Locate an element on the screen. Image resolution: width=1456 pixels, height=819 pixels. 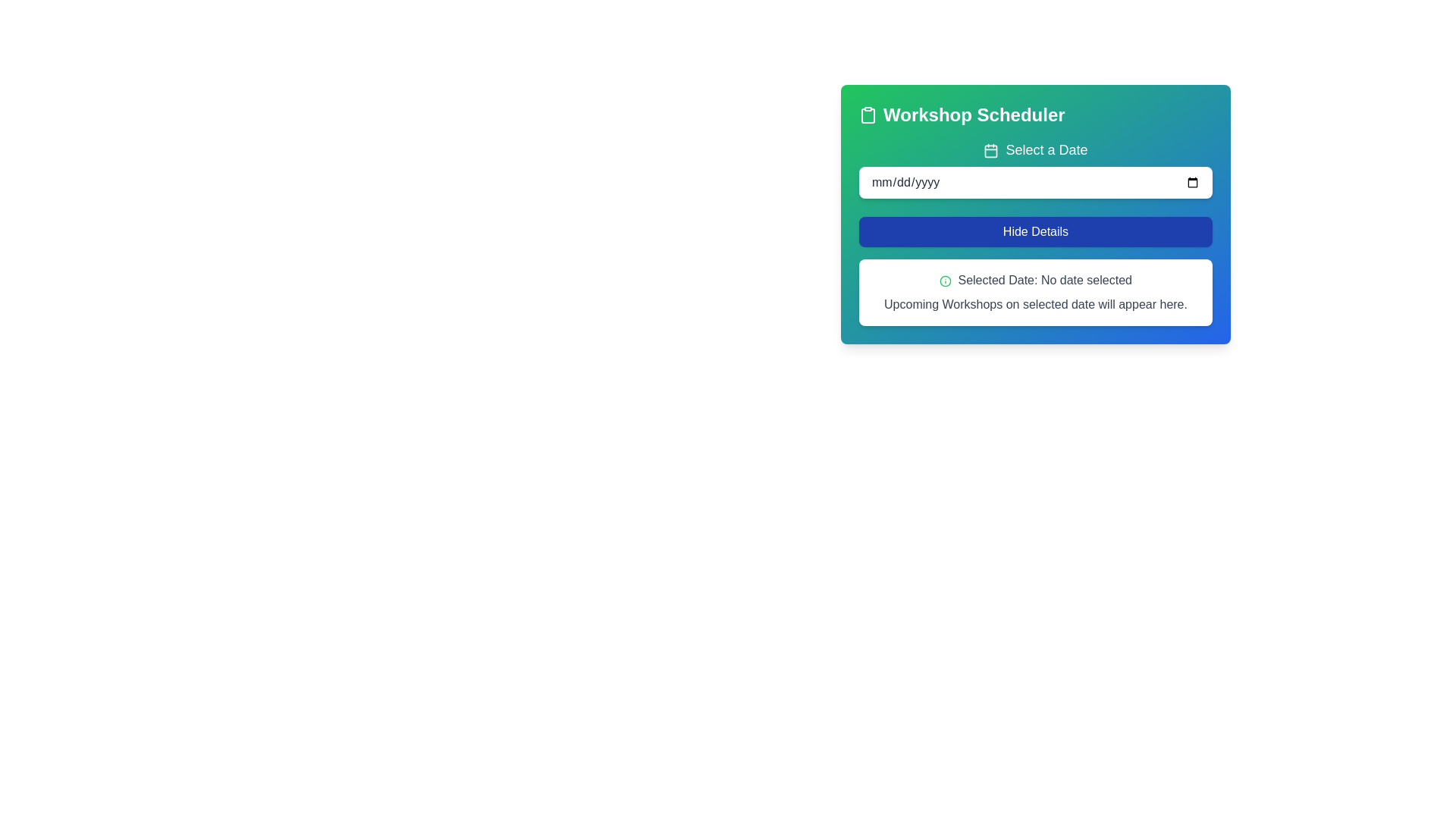
the informational text block indicating where details about upcoming workshops will appear, located below the 'Selected Date: No date selected' line is located at coordinates (1035, 304).